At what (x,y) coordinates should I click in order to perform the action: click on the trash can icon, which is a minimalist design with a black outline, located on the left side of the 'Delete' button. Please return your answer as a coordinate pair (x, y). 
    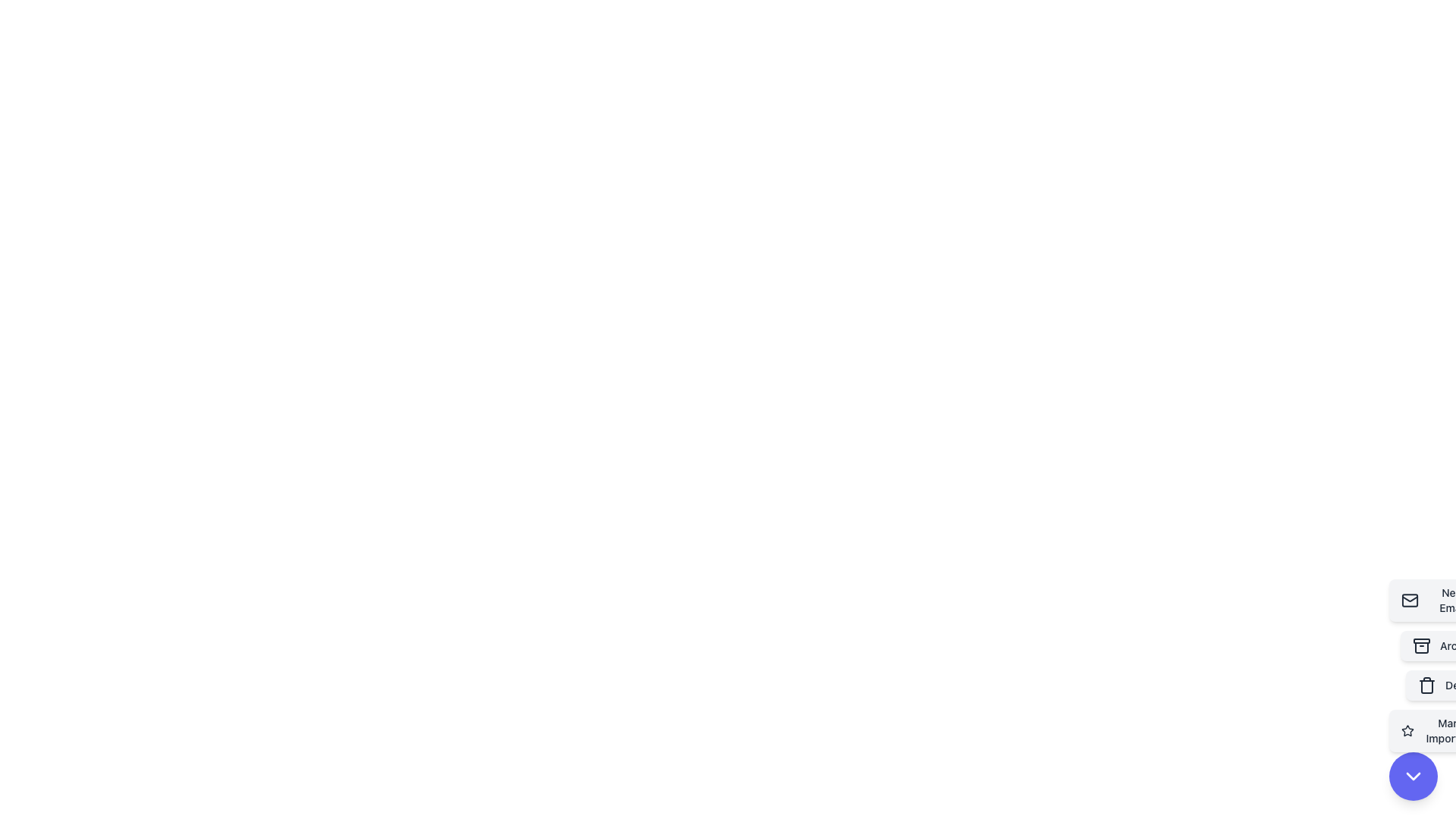
    Looking at the image, I should click on (1426, 685).